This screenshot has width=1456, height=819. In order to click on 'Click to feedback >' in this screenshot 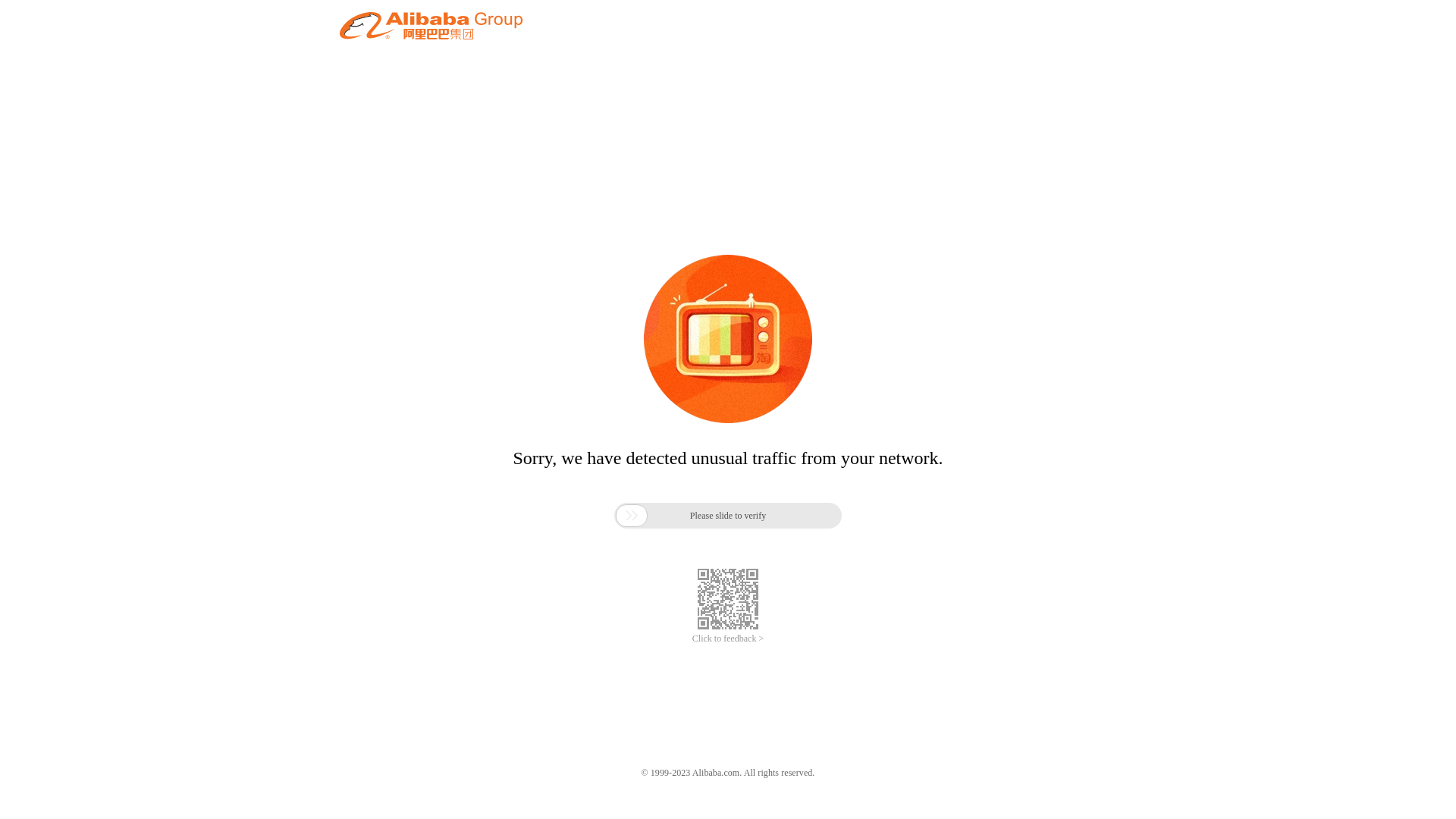, I will do `click(728, 639)`.